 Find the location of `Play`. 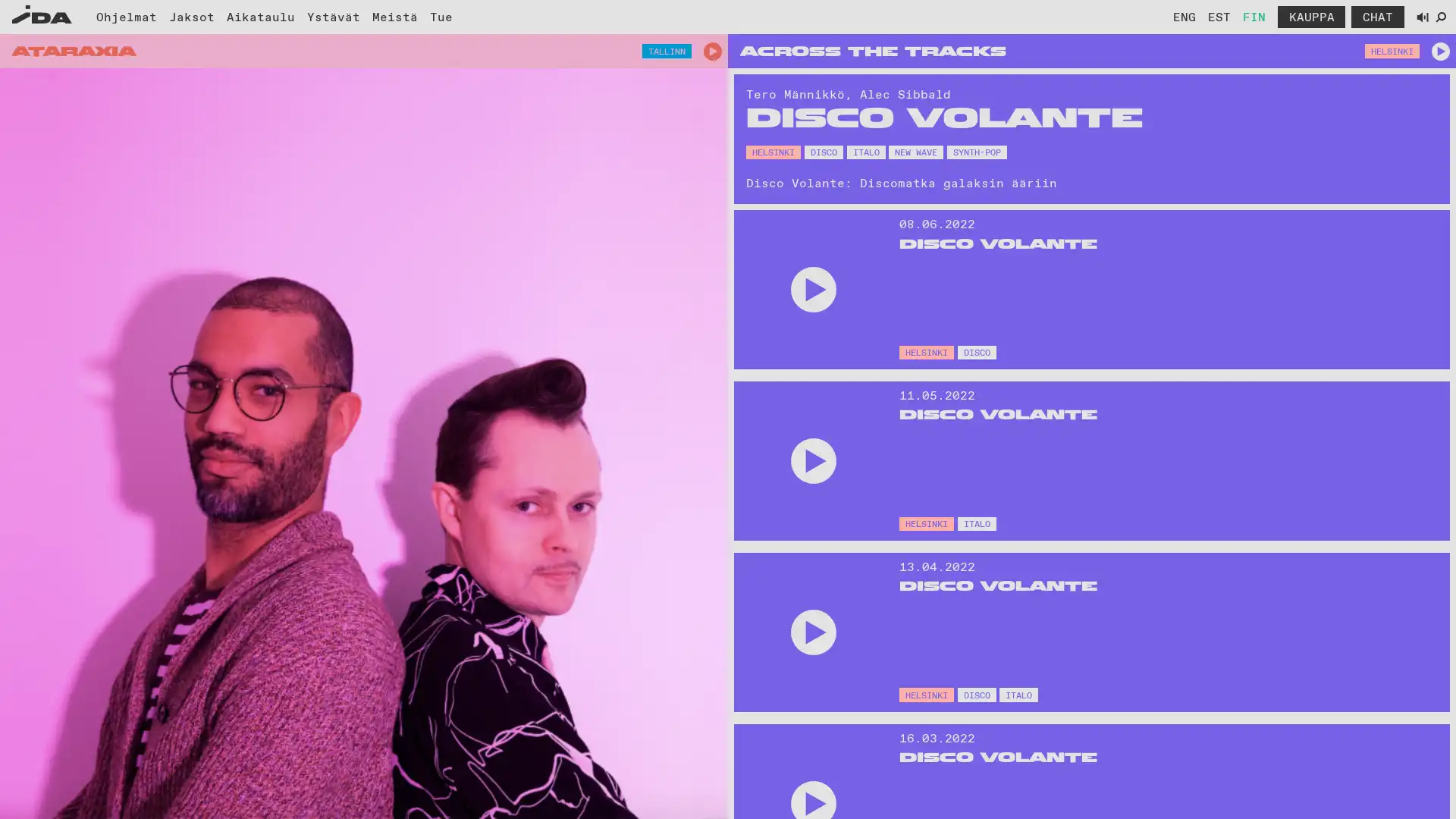

Play is located at coordinates (811, 632).